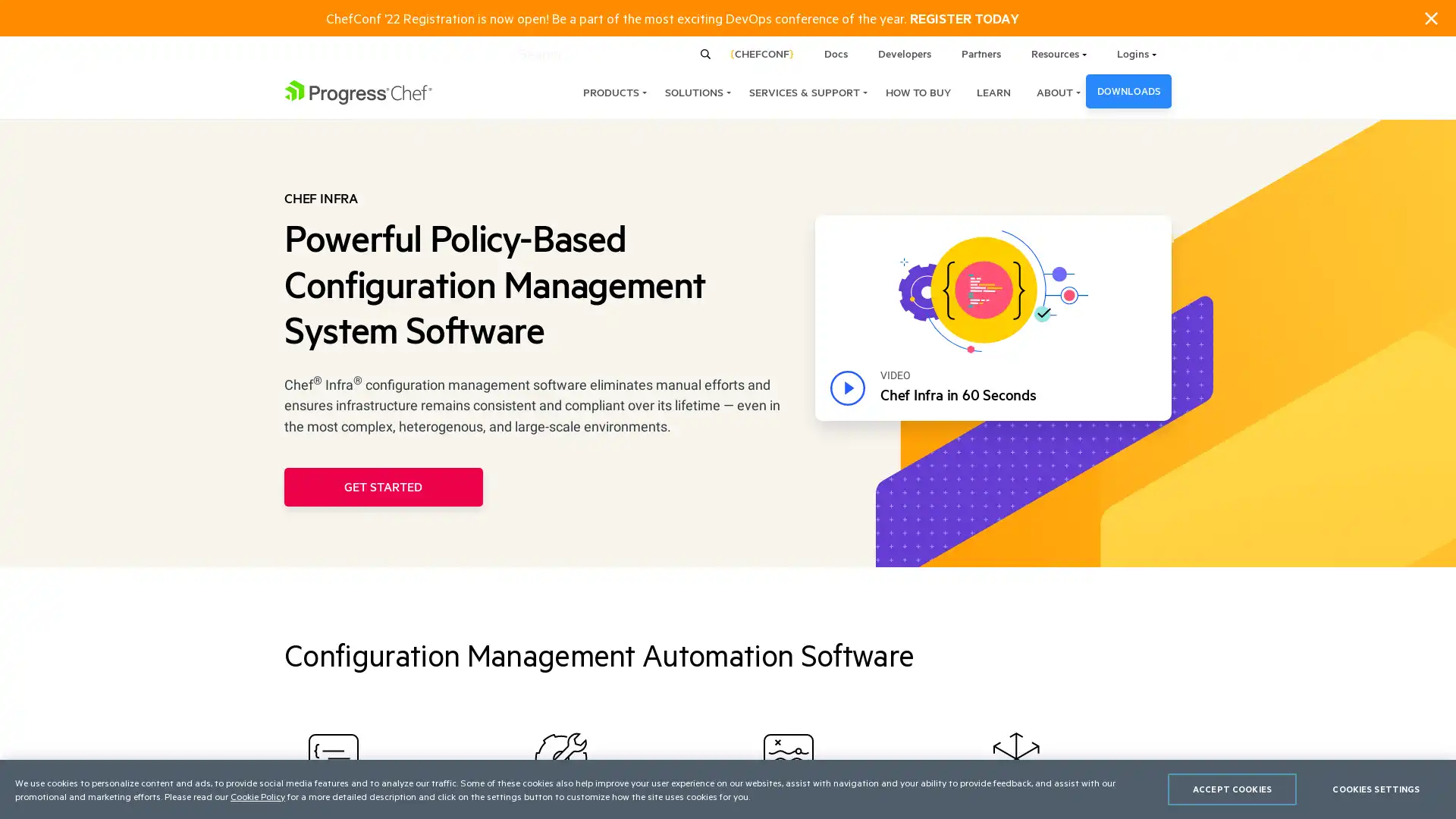 The width and height of the screenshot is (1456, 819). I want to click on Logins, so click(1136, 54).